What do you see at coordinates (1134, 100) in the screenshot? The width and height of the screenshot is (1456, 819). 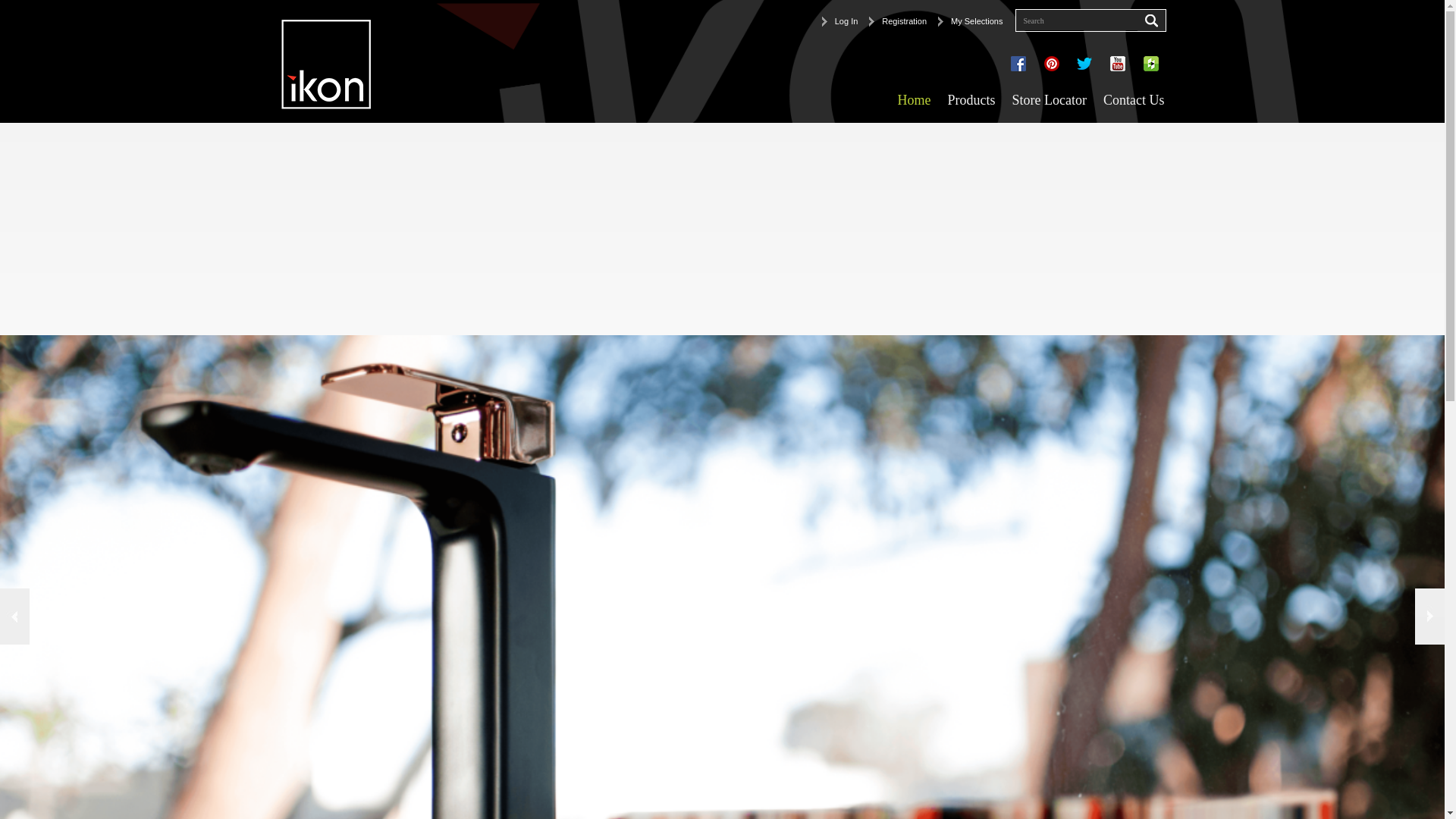 I see `'Contact Us'` at bounding box center [1134, 100].